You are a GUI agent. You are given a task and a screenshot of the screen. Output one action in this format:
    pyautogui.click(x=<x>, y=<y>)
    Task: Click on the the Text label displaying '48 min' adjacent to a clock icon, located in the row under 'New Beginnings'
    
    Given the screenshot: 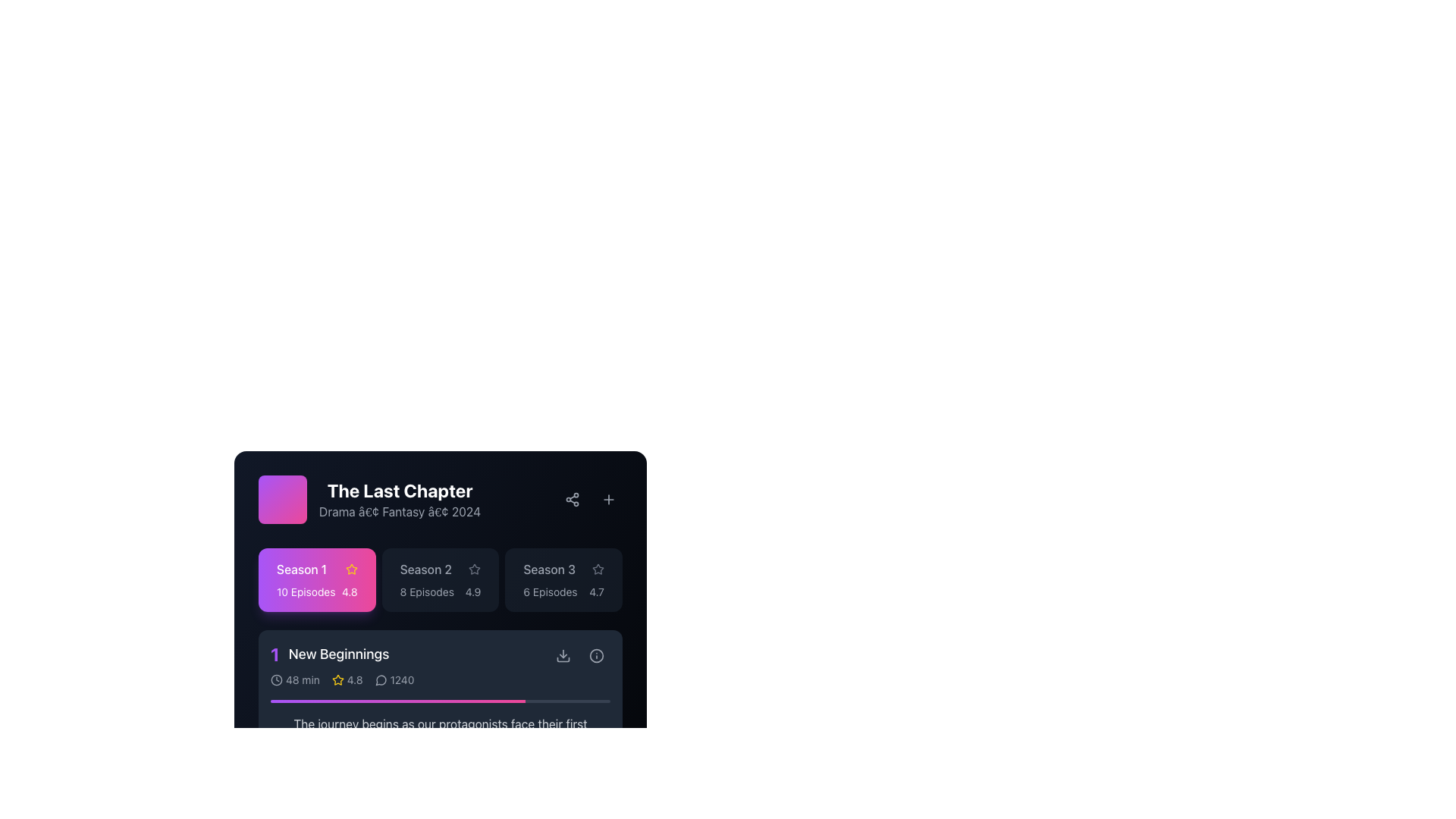 What is the action you would take?
    pyautogui.click(x=295, y=679)
    